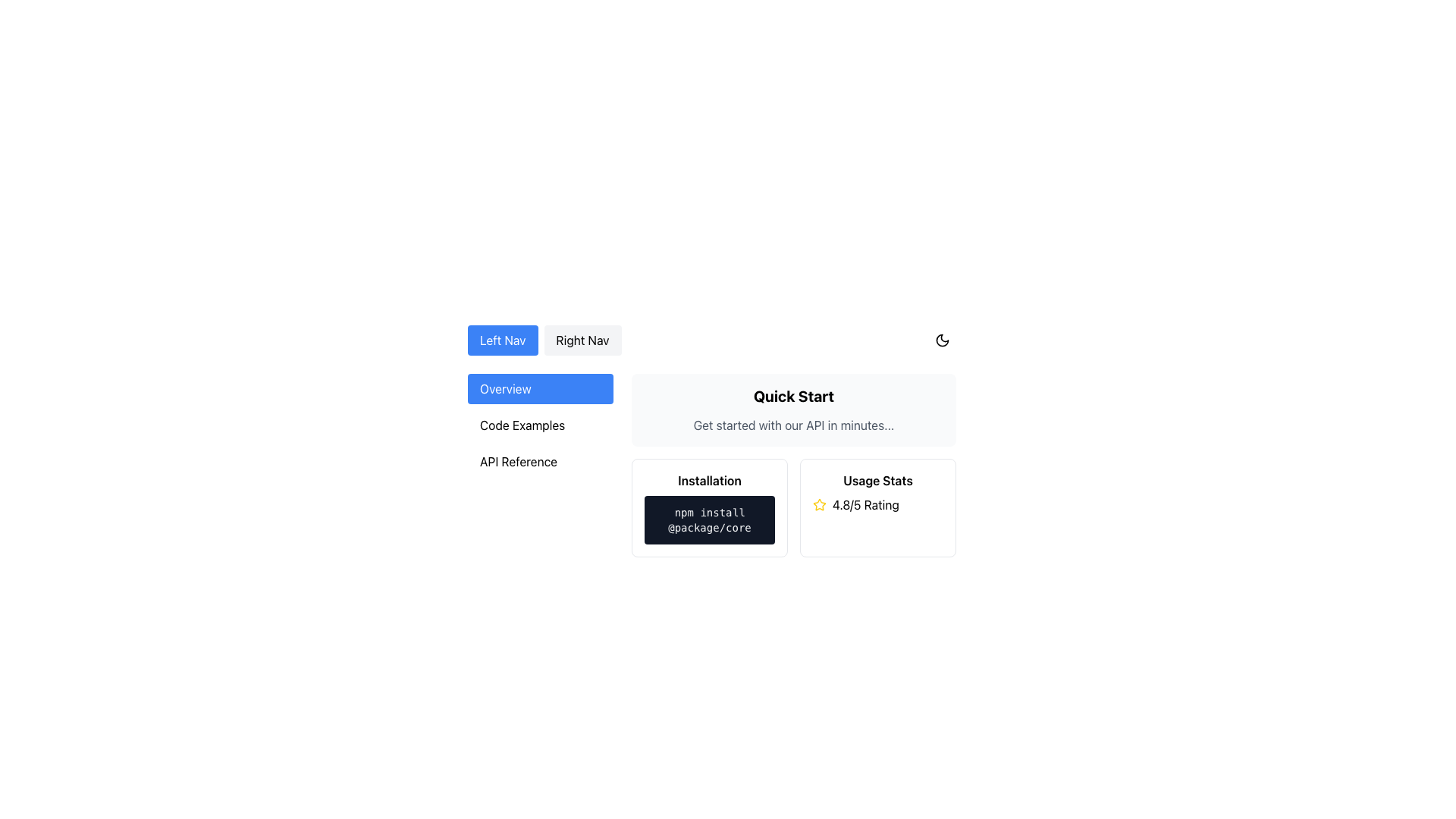 The image size is (1456, 819). Describe the element at coordinates (709, 519) in the screenshot. I see `the text block containing the command 'npm install @package/core', which has a dark gray background and light gray text, positioned within the 'Installation' card` at that location.